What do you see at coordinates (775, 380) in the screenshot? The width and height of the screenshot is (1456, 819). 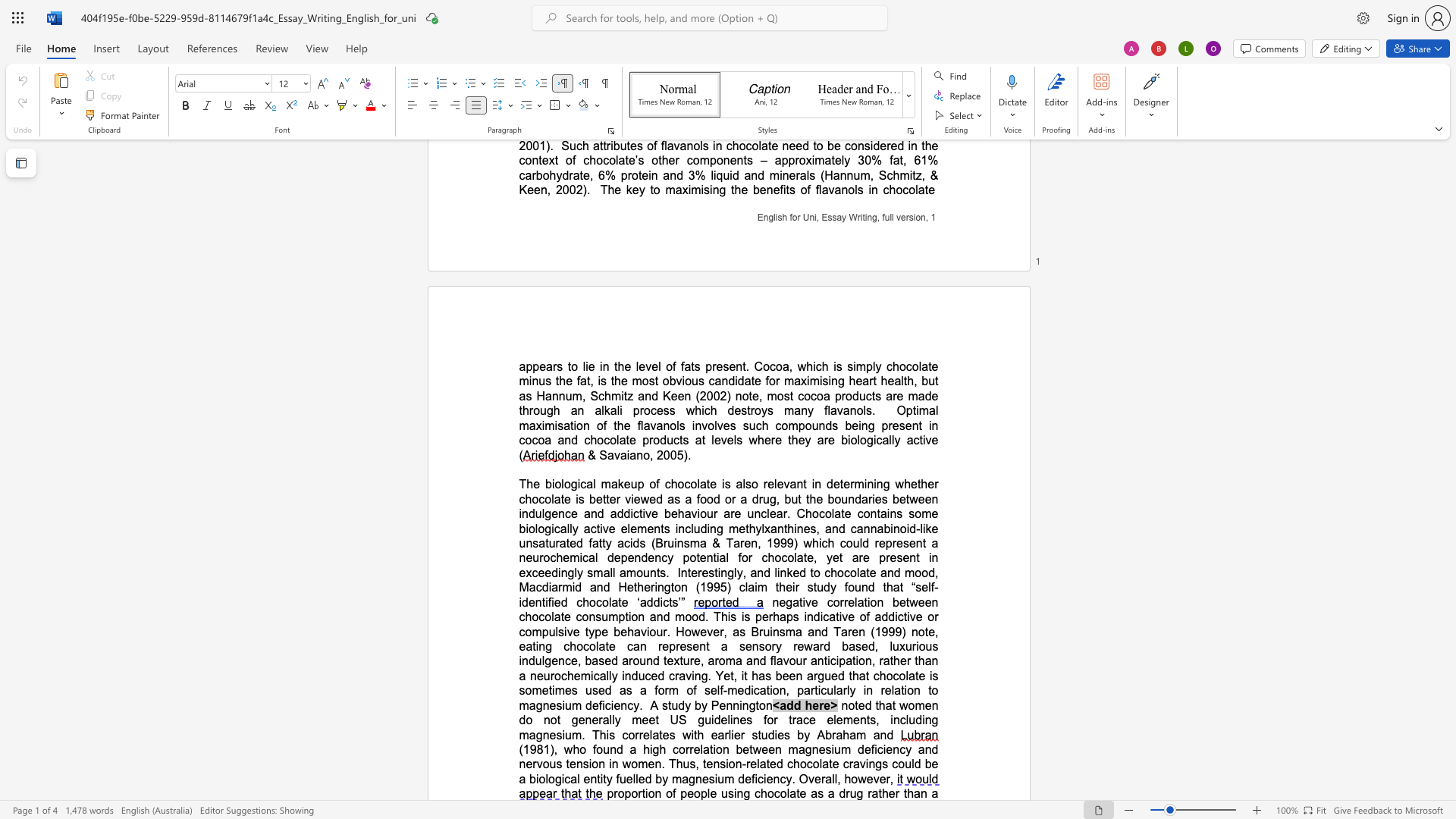 I see `the space between the continuous character "o" and "r" in the text` at bounding box center [775, 380].